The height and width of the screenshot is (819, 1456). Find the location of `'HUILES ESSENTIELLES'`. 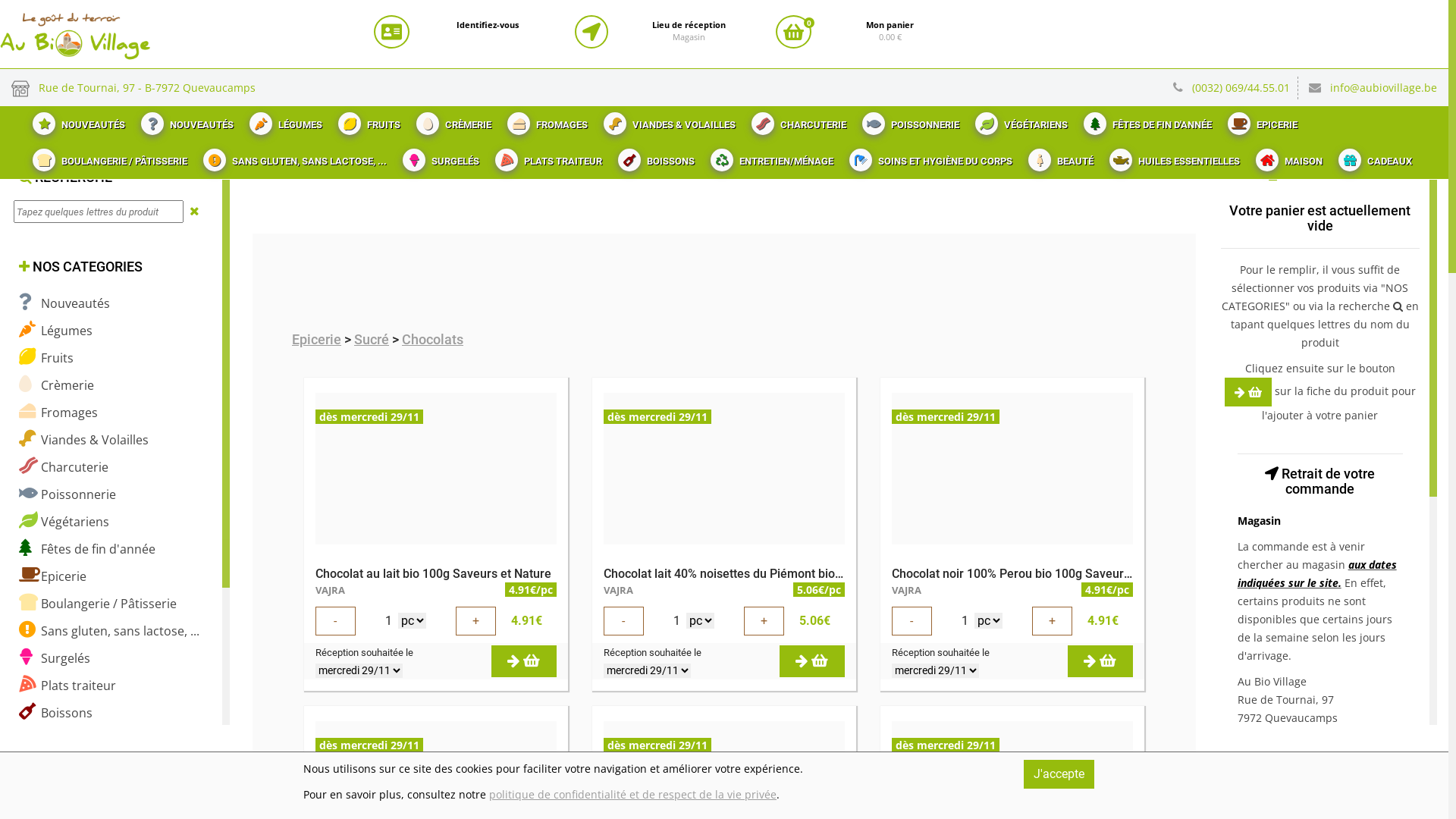

'HUILES ESSENTIELLES' is located at coordinates (1172, 157).